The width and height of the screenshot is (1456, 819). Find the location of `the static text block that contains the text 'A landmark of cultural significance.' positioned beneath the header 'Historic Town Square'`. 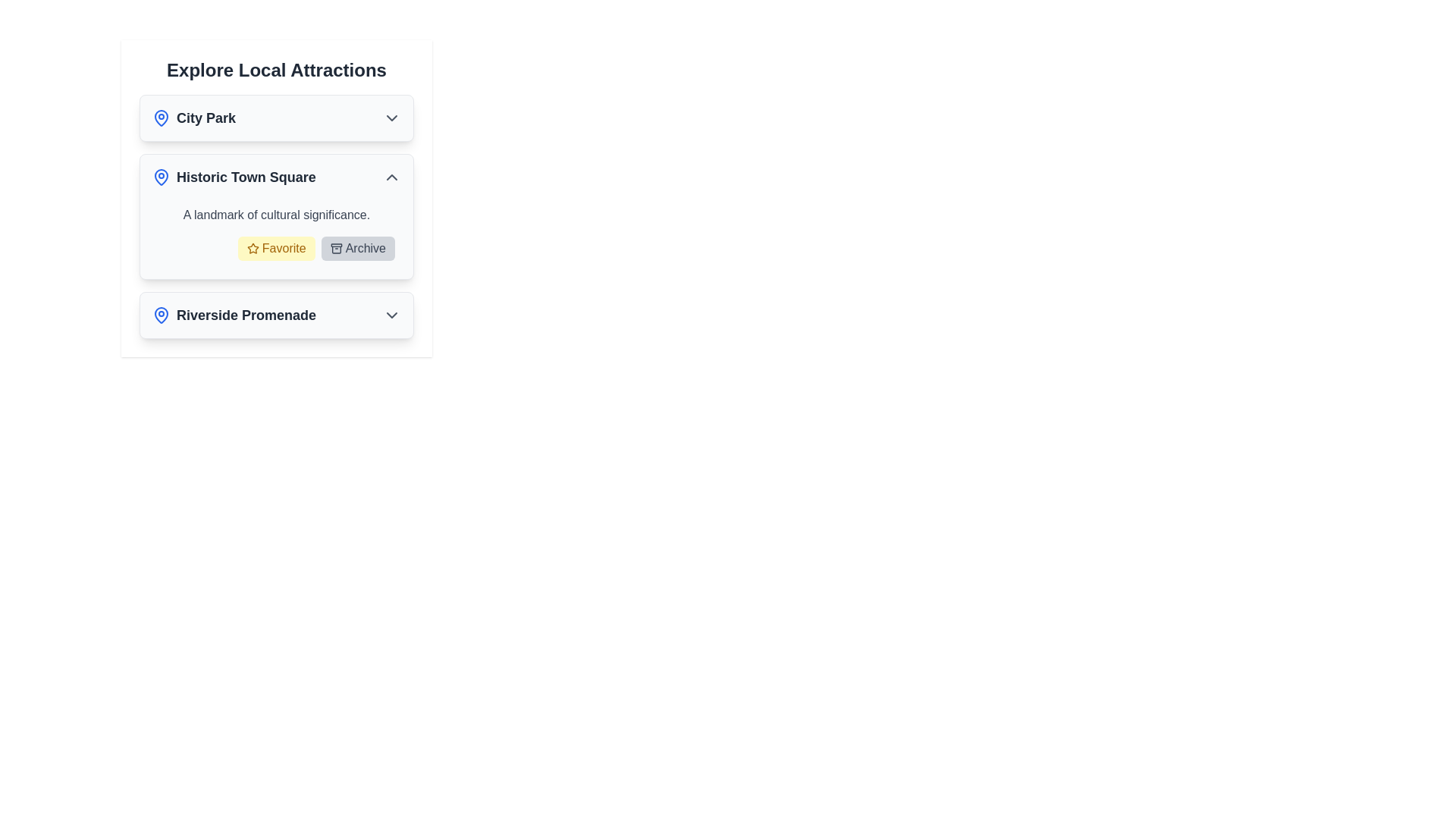

the static text block that contains the text 'A landmark of cultural significance.' positioned beneath the header 'Historic Town Square' is located at coordinates (276, 215).